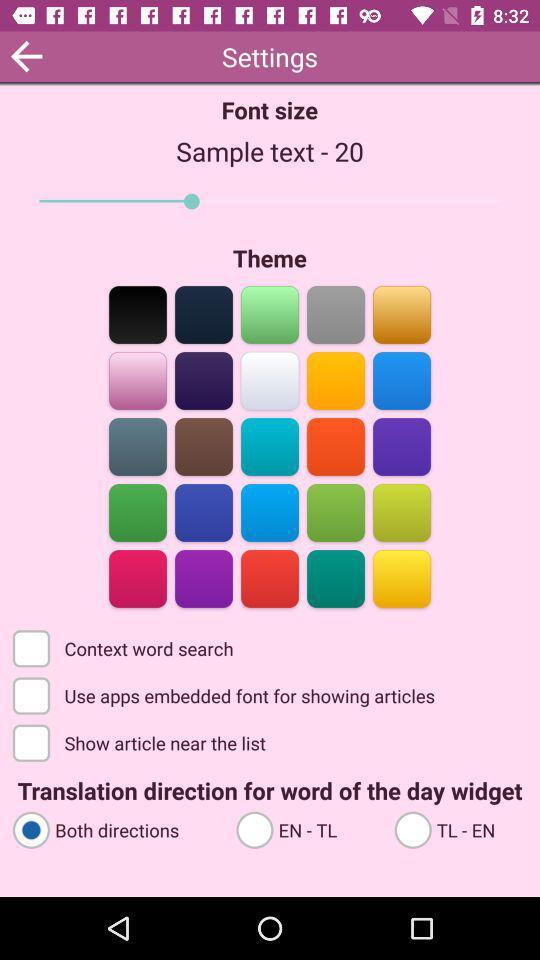 Image resolution: width=540 pixels, height=960 pixels. What do you see at coordinates (335, 577) in the screenshot?
I see `that color as the theme` at bounding box center [335, 577].